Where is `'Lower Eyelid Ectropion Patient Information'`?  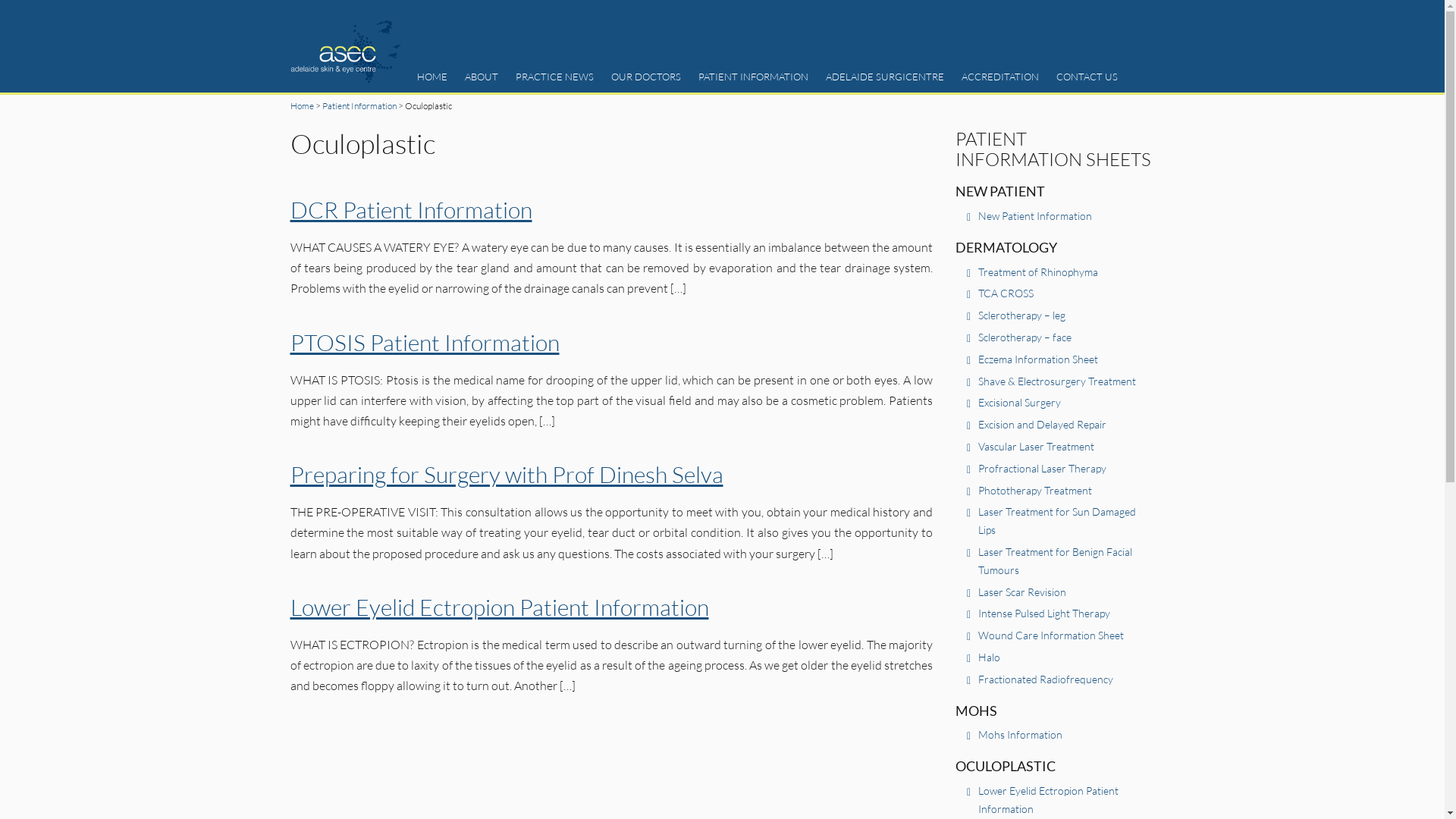 'Lower Eyelid Ectropion Patient Information' is located at coordinates (1047, 799).